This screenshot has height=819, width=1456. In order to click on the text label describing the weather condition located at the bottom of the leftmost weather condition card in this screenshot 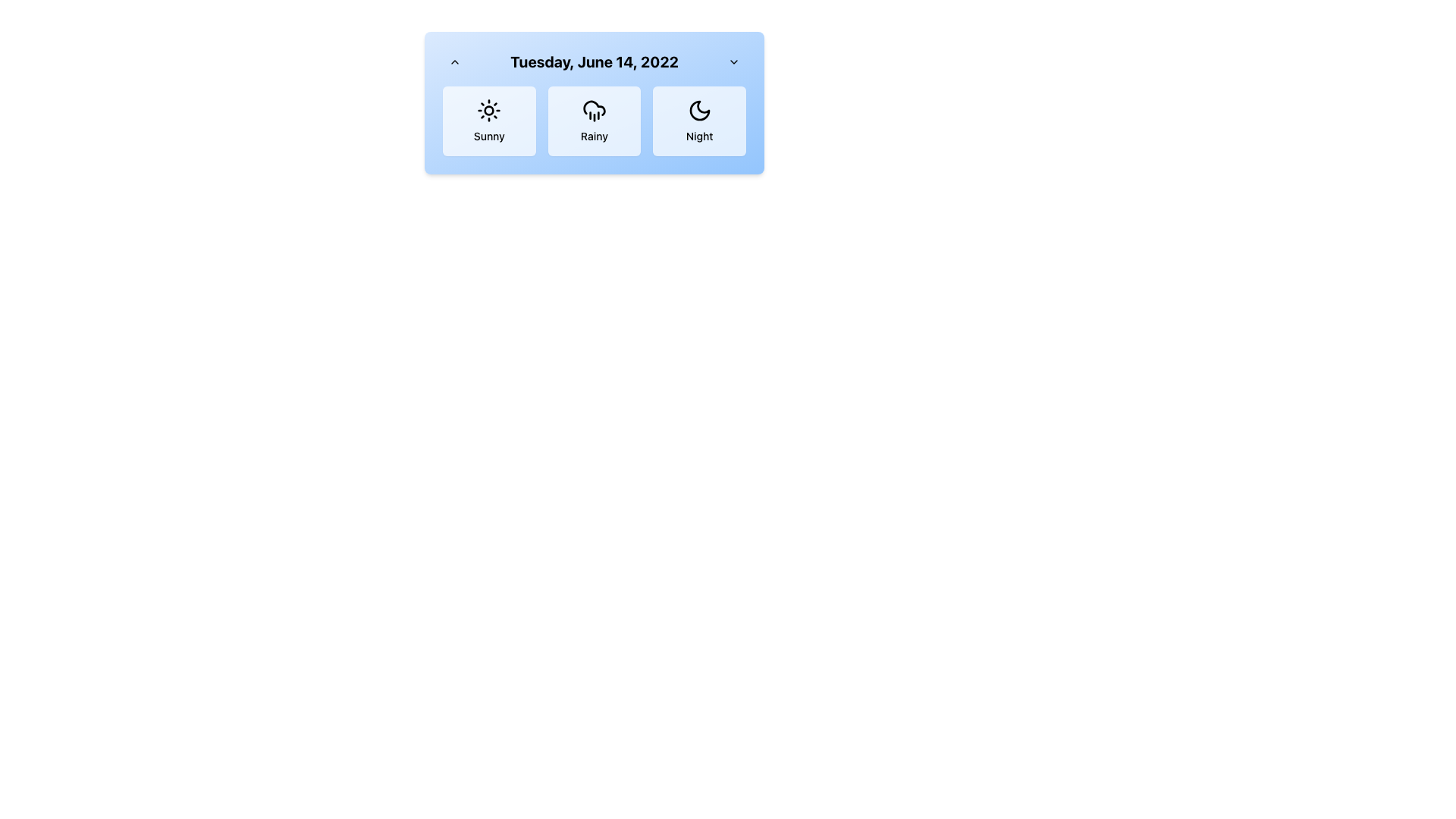, I will do `click(489, 136)`.